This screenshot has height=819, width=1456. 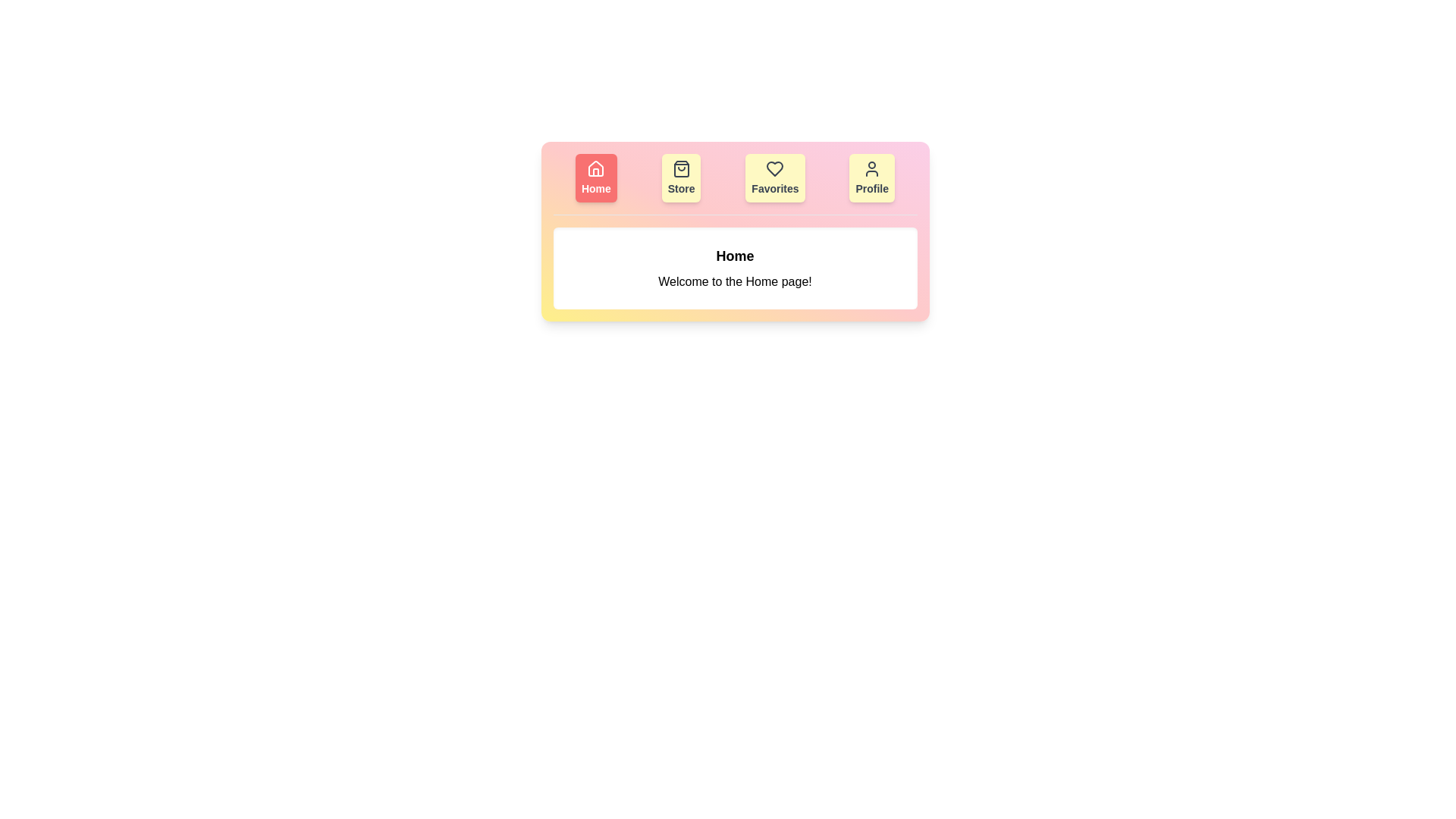 I want to click on the tab labeled Home to switch to its content, so click(x=595, y=177).